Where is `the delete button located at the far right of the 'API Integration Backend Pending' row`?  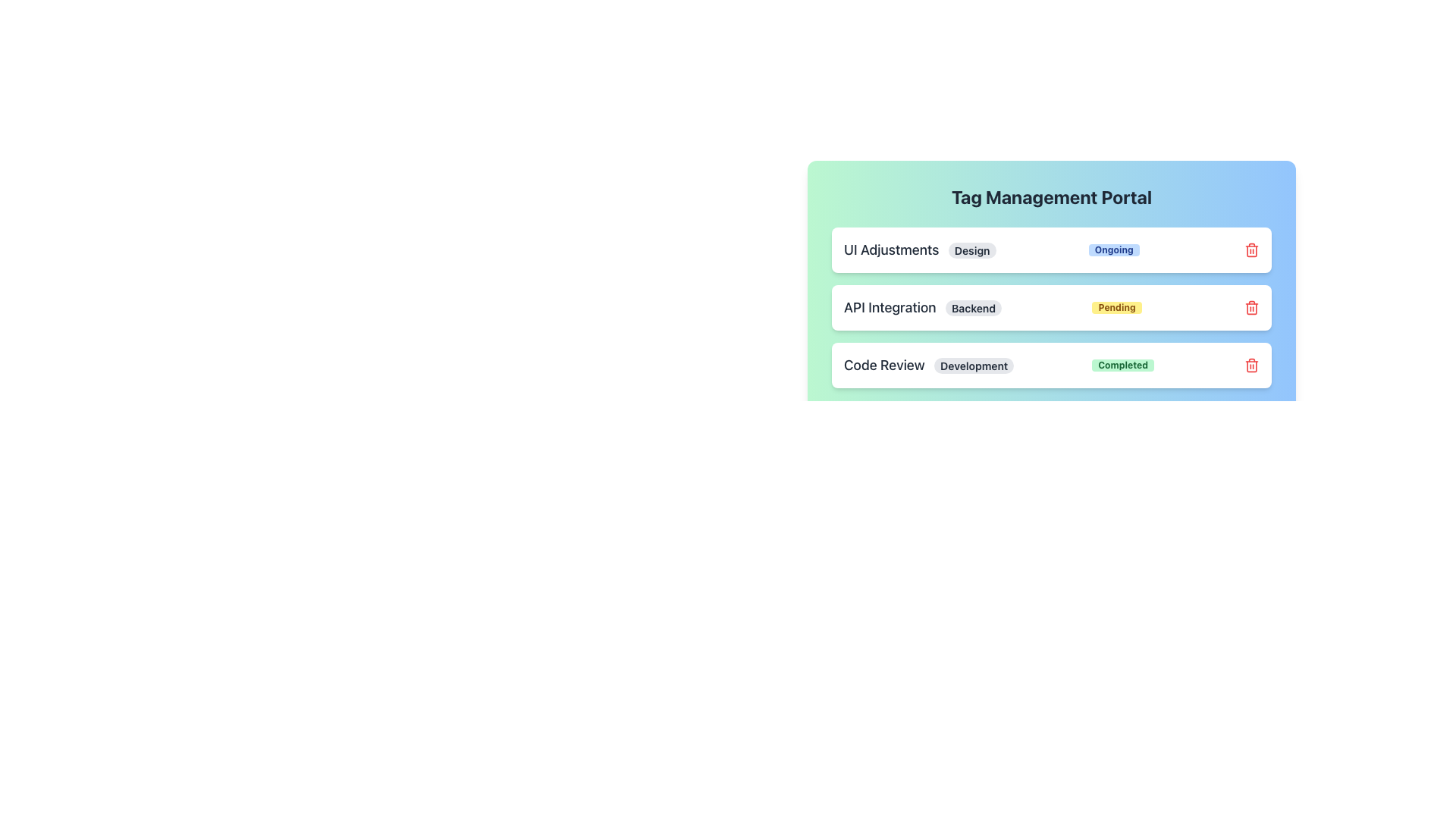 the delete button located at the far right of the 'API Integration Backend Pending' row is located at coordinates (1252, 307).